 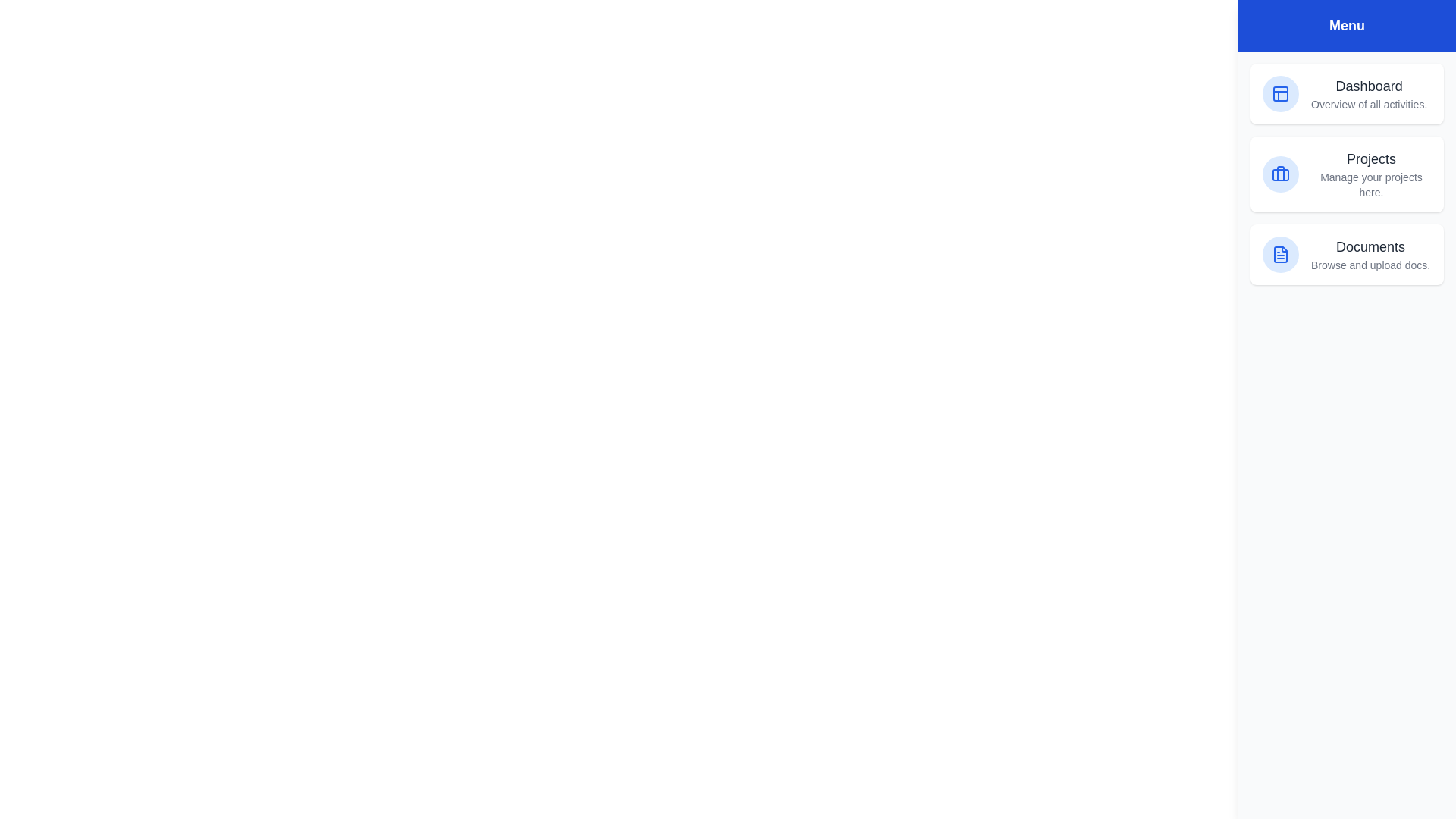 What do you see at coordinates (1347, 93) in the screenshot?
I see `the menu item Dashboard from the list` at bounding box center [1347, 93].